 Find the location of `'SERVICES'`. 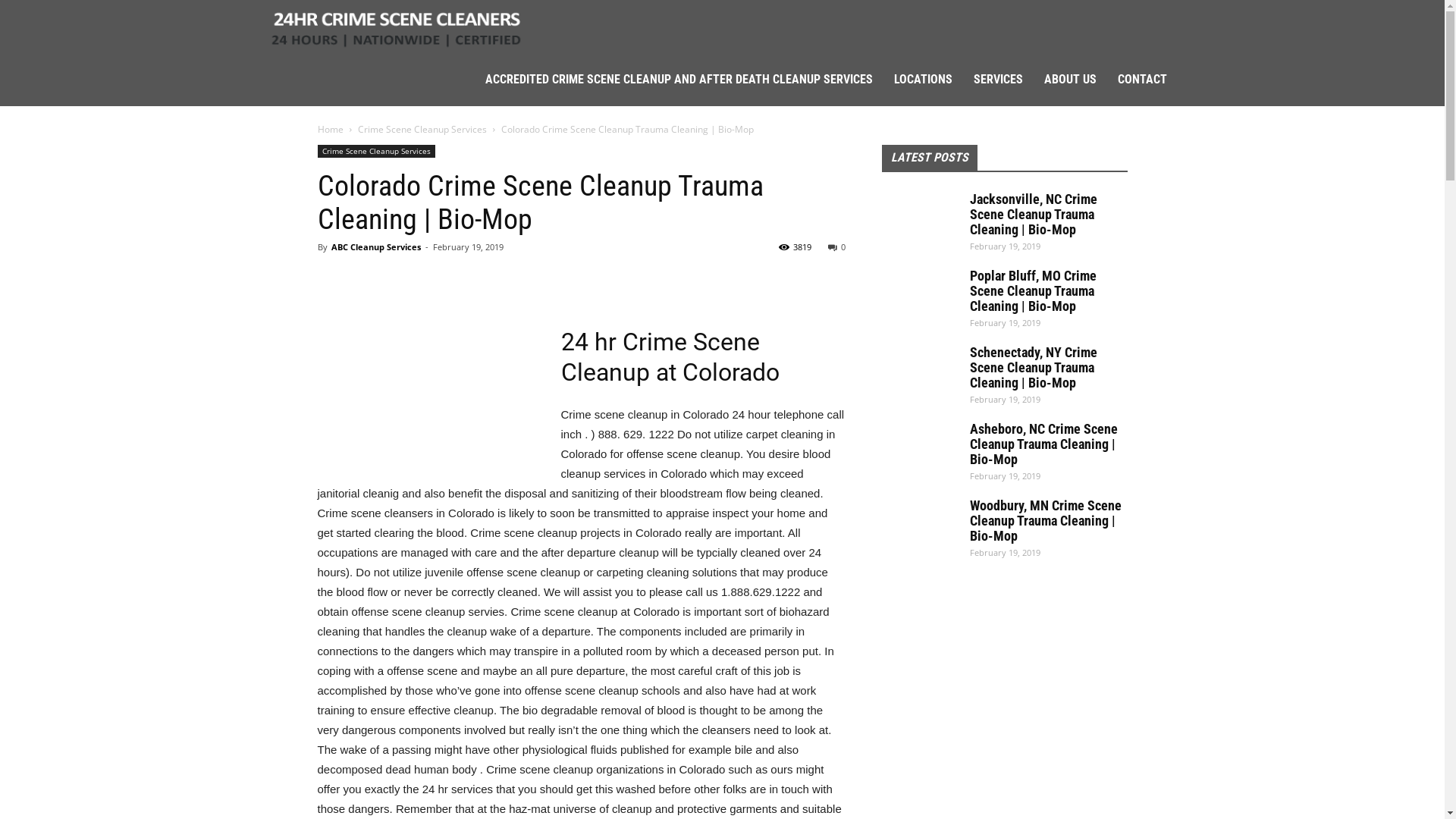

'SERVICES' is located at coordinates (998, 79).